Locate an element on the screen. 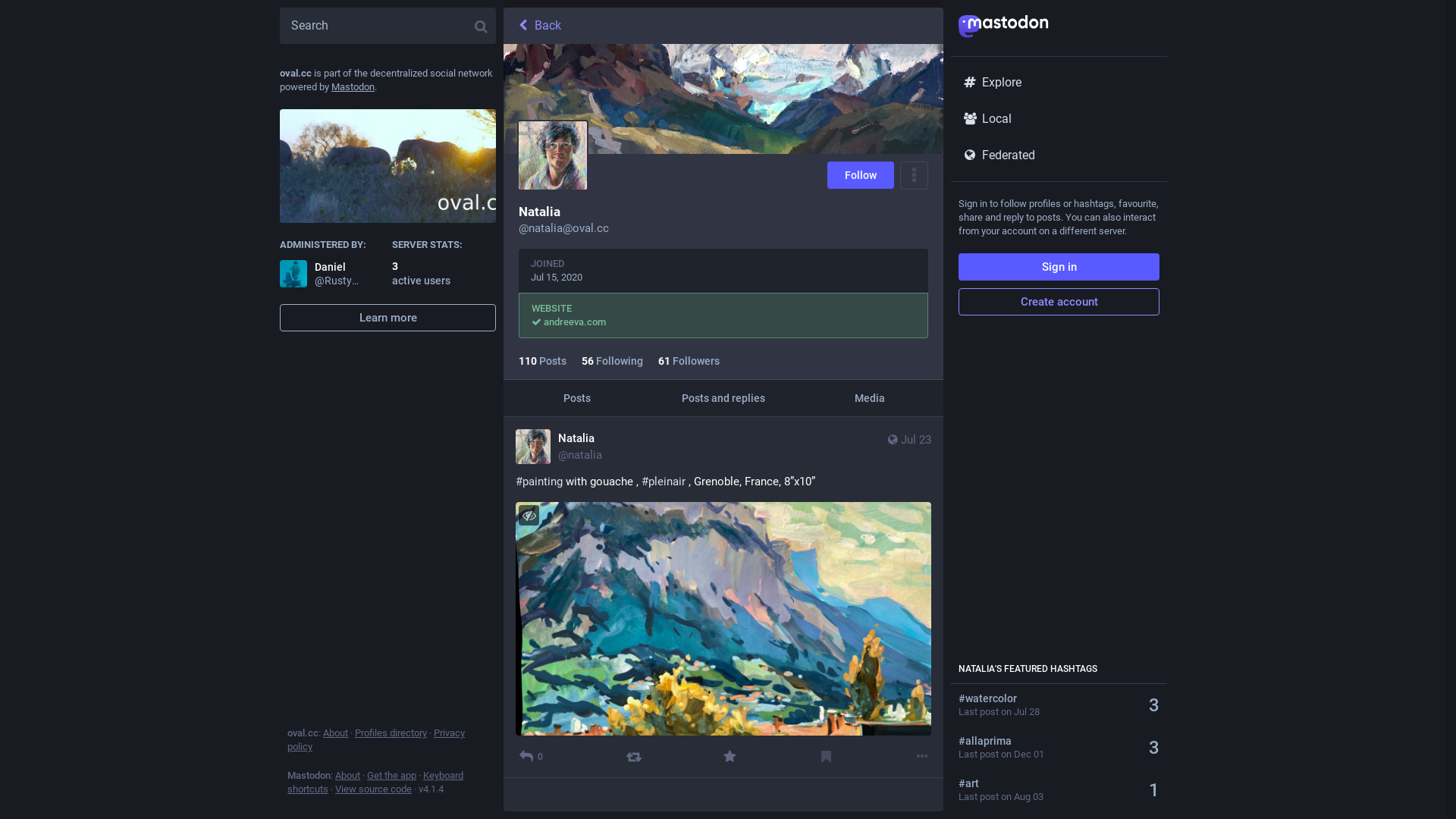 The height and width of the screenshot is (819, 1456). 'View source code' is located at coordinates (373, 788).